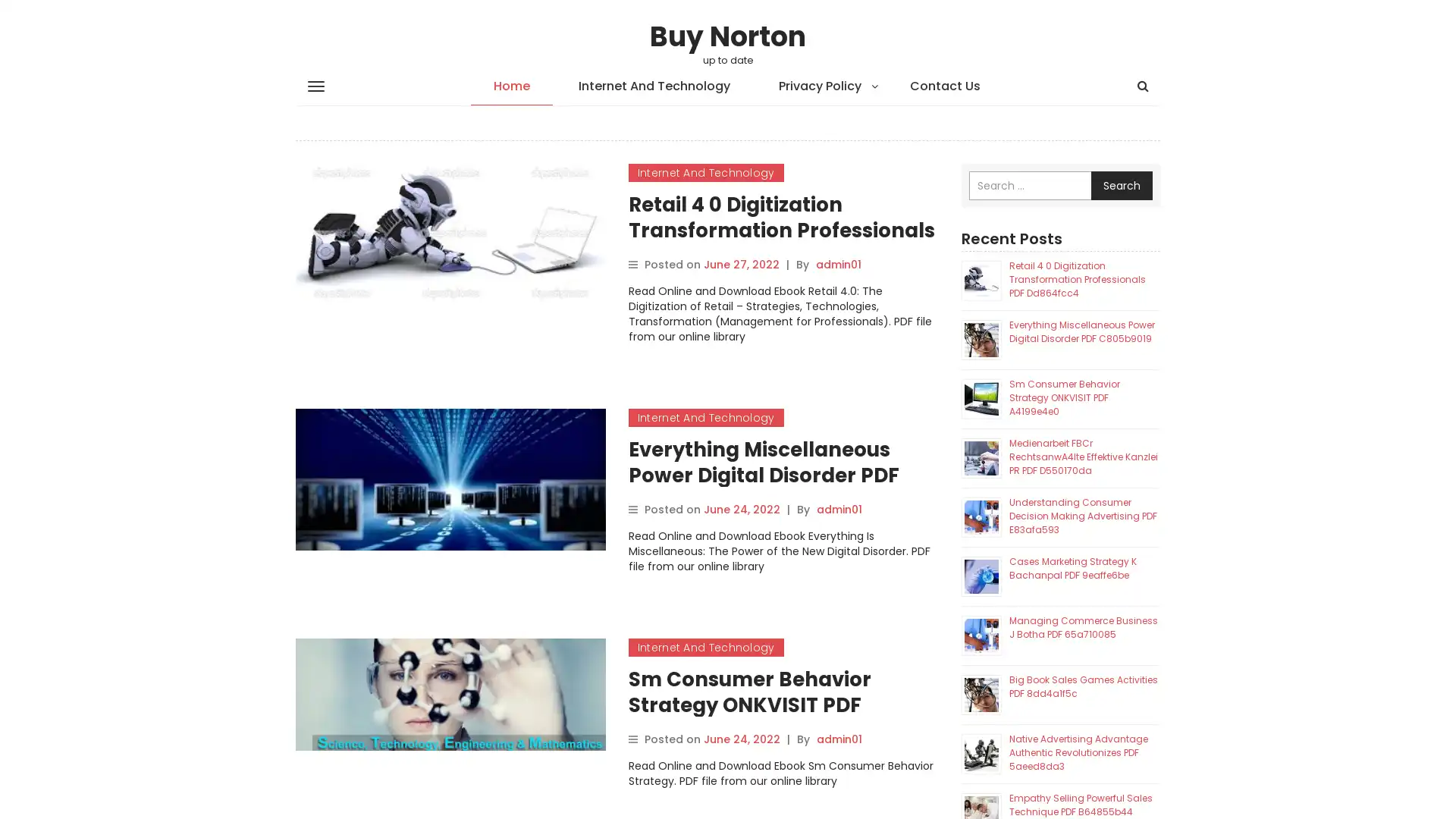 The height and width of the screenshot is (819, 1456). What do you see at coordinates (1122, 185) in the screenshot?
I see `Search` at bounding box center [1122, 185].